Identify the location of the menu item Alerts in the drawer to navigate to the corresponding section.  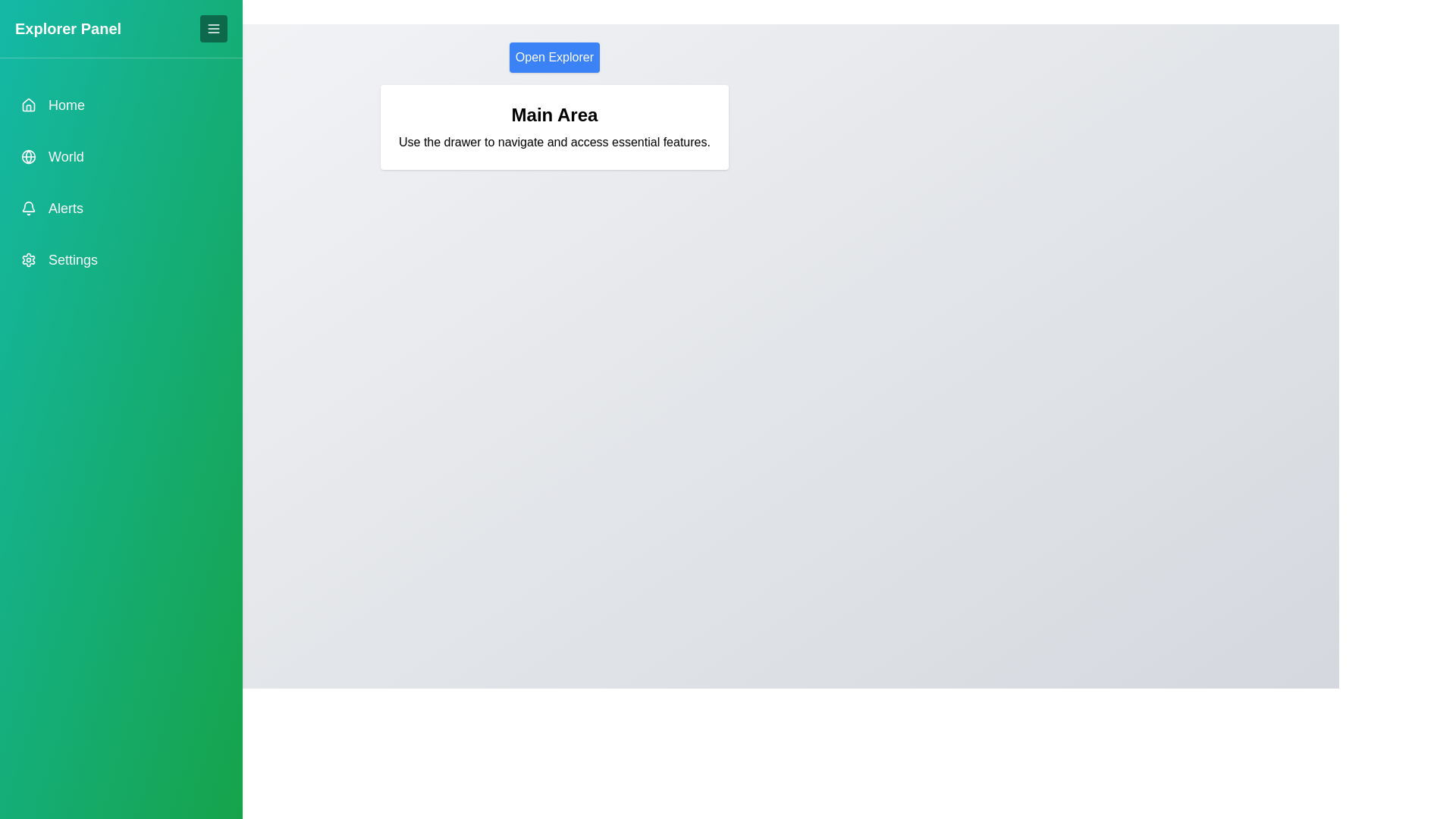
(120, 208).